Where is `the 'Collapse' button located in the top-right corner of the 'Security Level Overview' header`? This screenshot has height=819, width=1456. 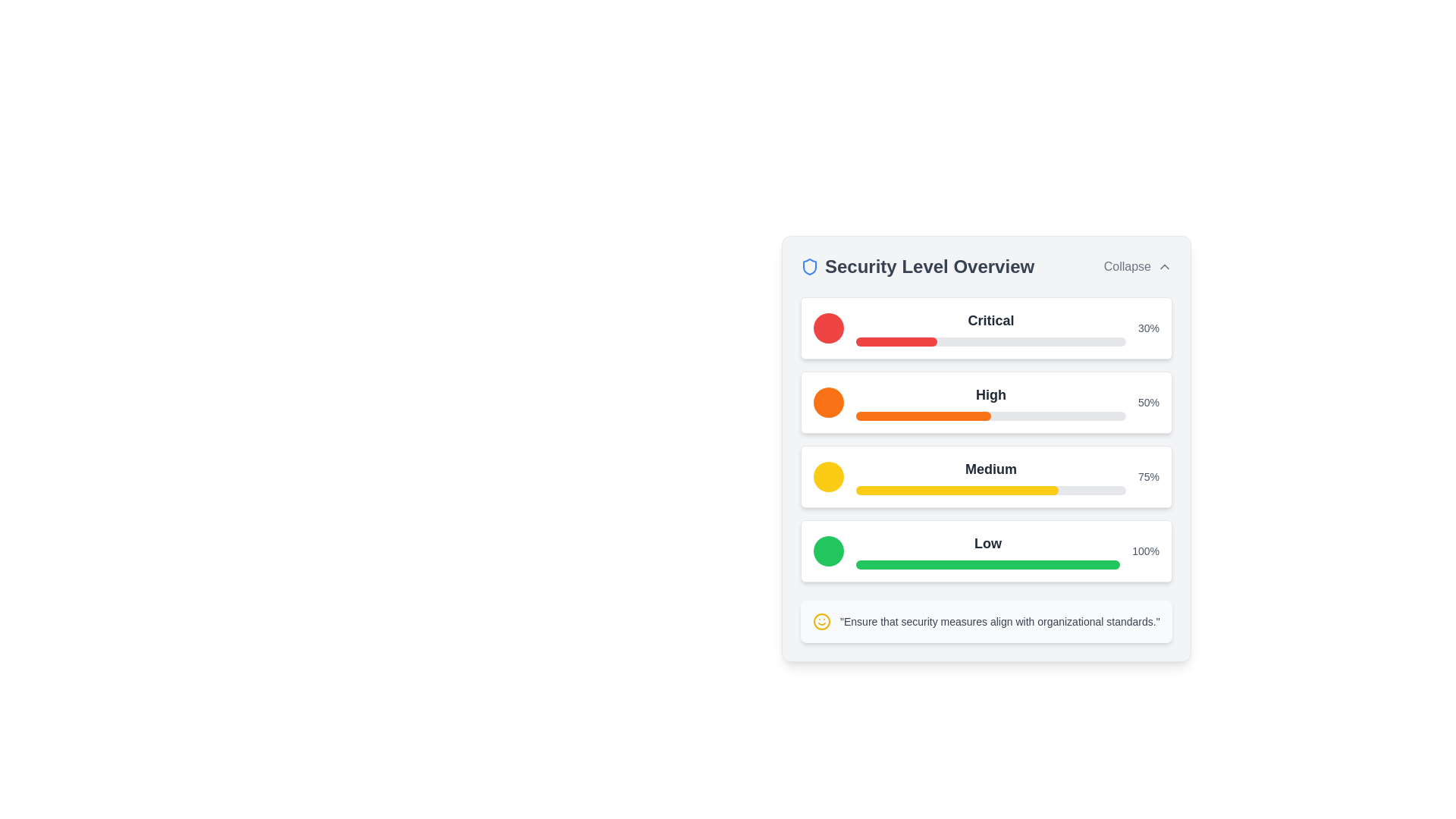 the 'Collapse' button located in the top-right corner of the 'Security Level Overview' header is located at coordinates (1137, 265).